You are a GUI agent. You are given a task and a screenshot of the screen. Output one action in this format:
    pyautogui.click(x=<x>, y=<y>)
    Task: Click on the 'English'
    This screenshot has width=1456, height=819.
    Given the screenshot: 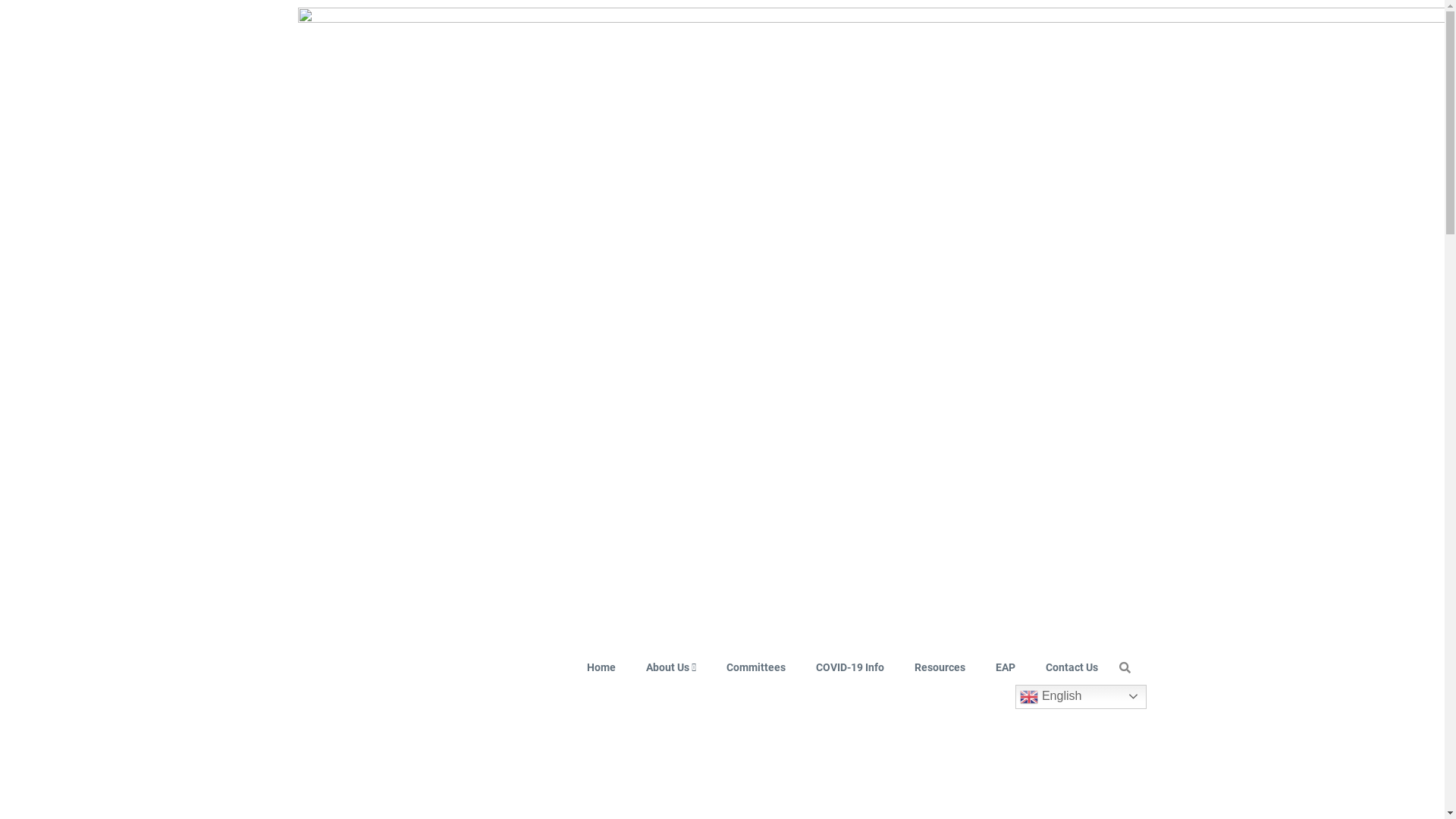 What is the action you would take?
    pyautogui.click(x=1080, y=696)
    